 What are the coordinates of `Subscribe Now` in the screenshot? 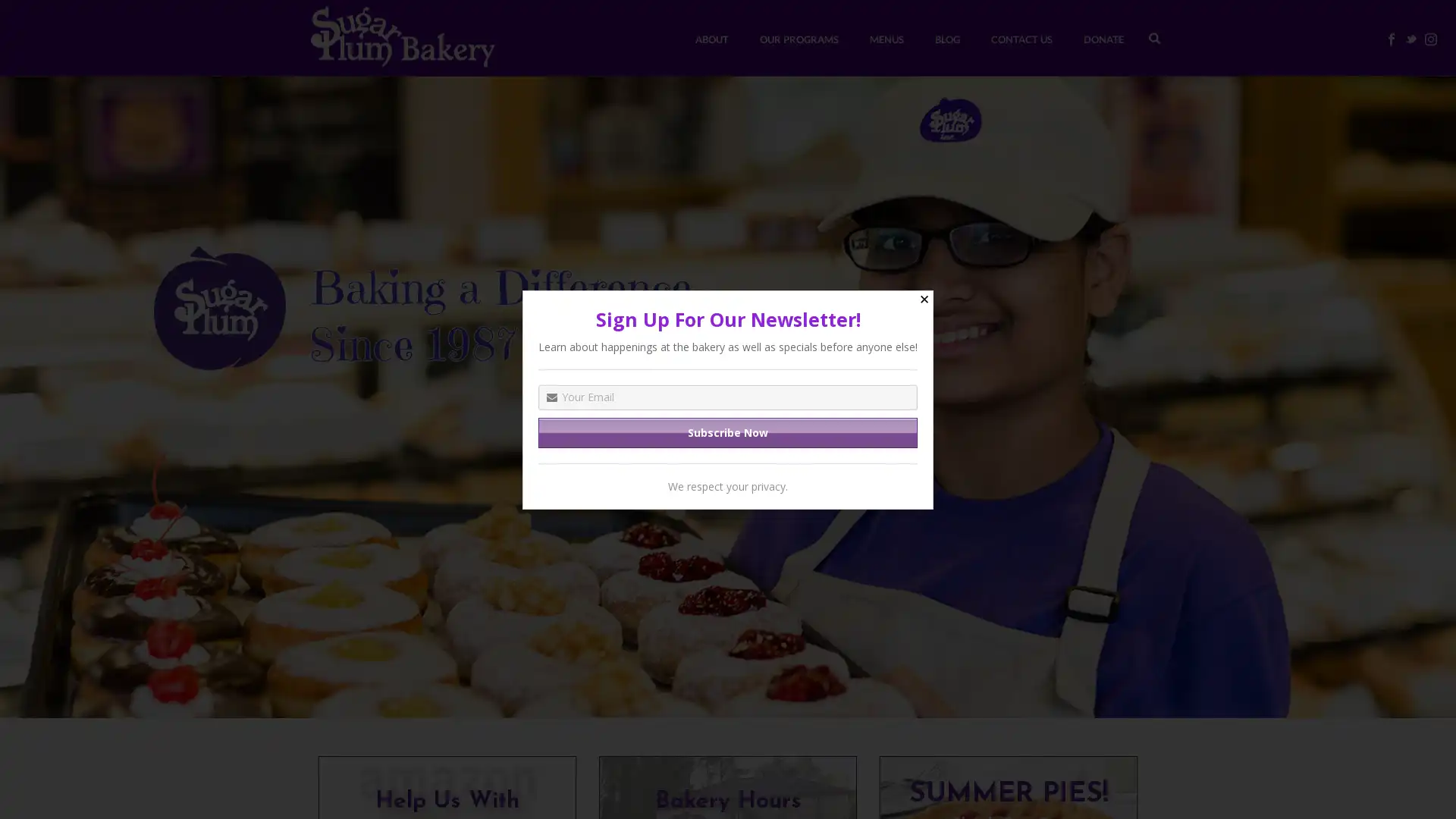 It's located at (728, 432).